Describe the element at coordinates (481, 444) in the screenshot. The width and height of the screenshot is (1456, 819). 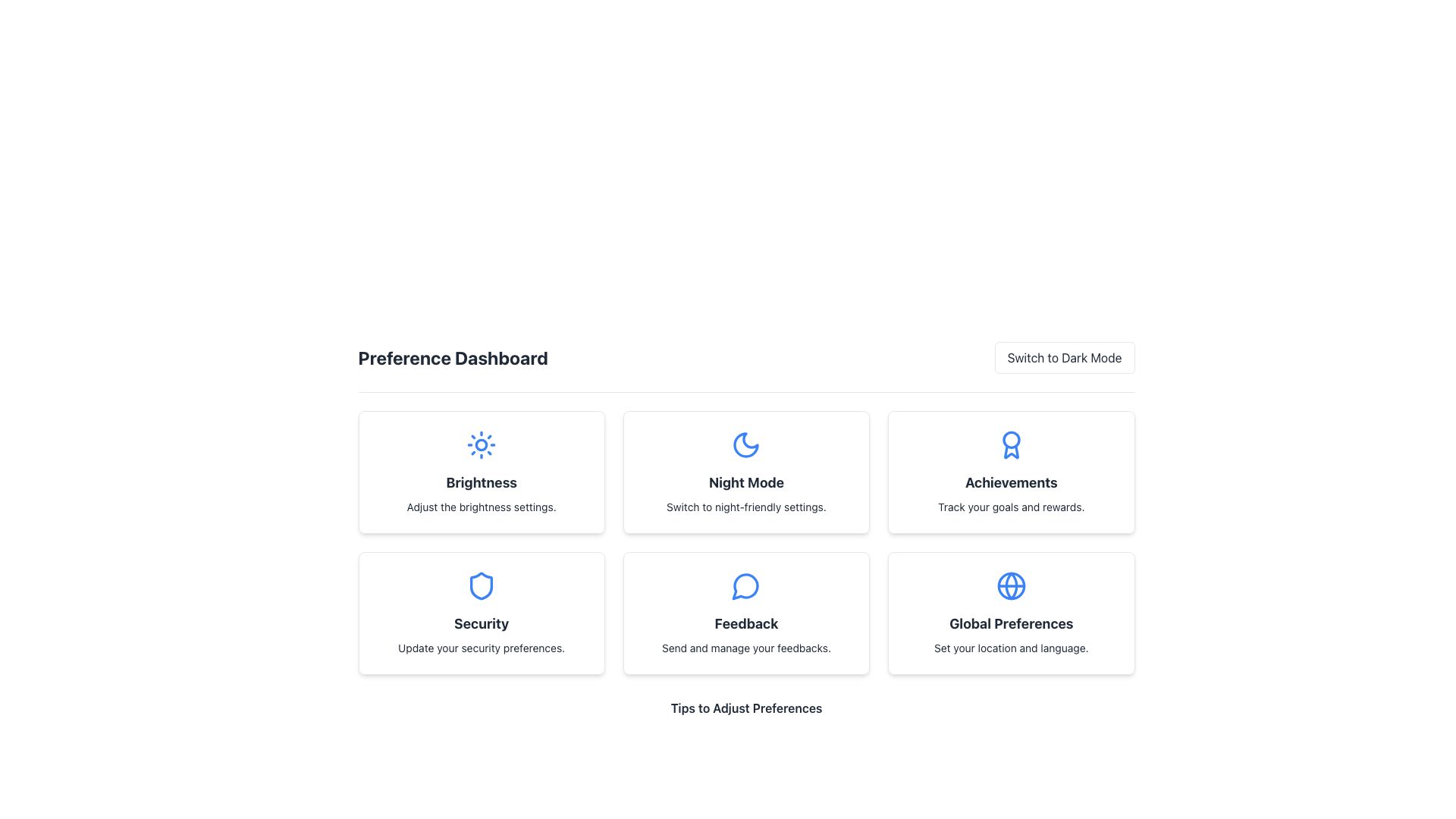
I see `the decorative graphical element that represents the core of the sun icon within the SVG` at that location.